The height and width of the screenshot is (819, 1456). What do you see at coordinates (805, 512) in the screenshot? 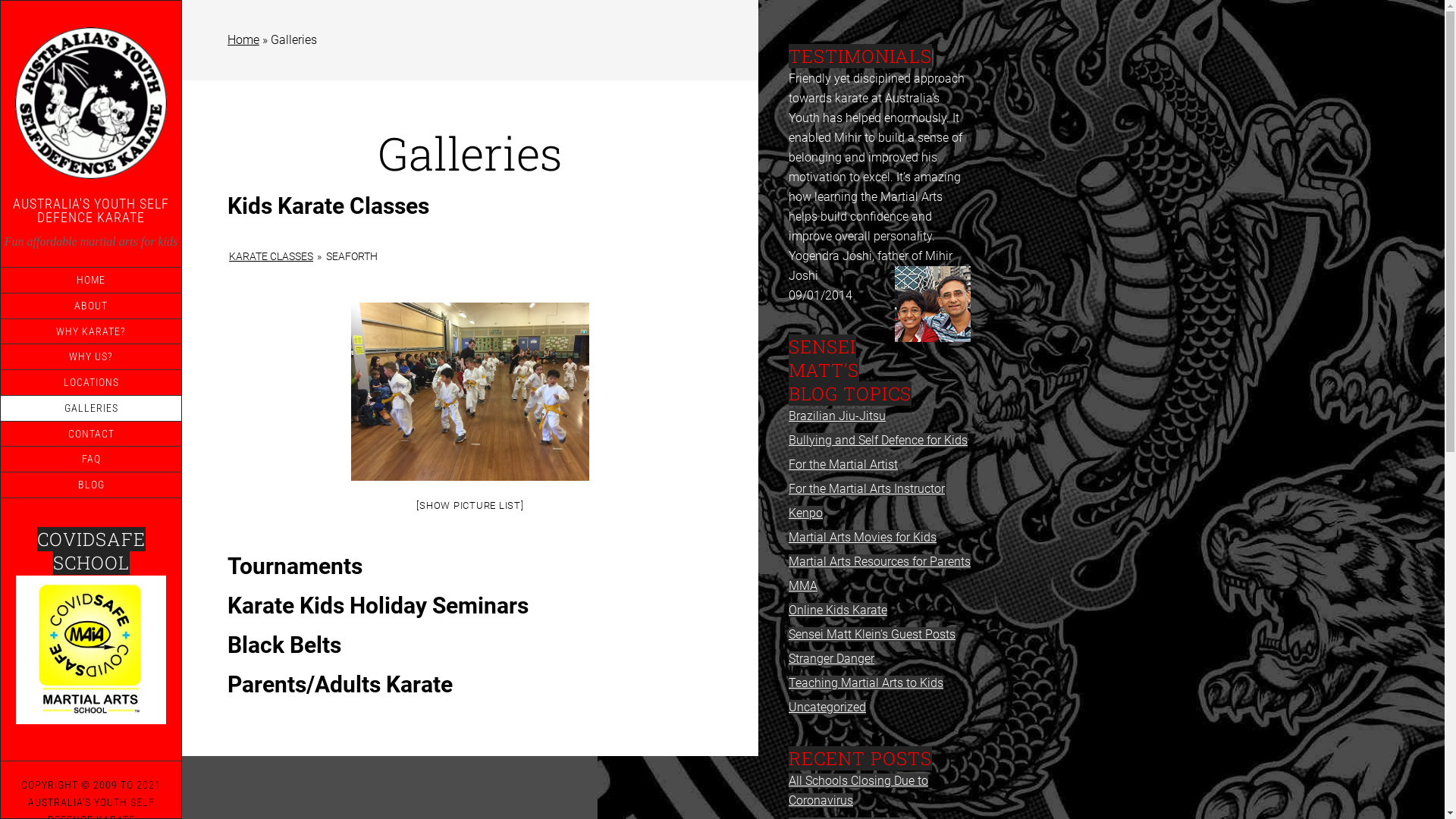
I see `'Kenpo'` at bounding box center [805, 512].